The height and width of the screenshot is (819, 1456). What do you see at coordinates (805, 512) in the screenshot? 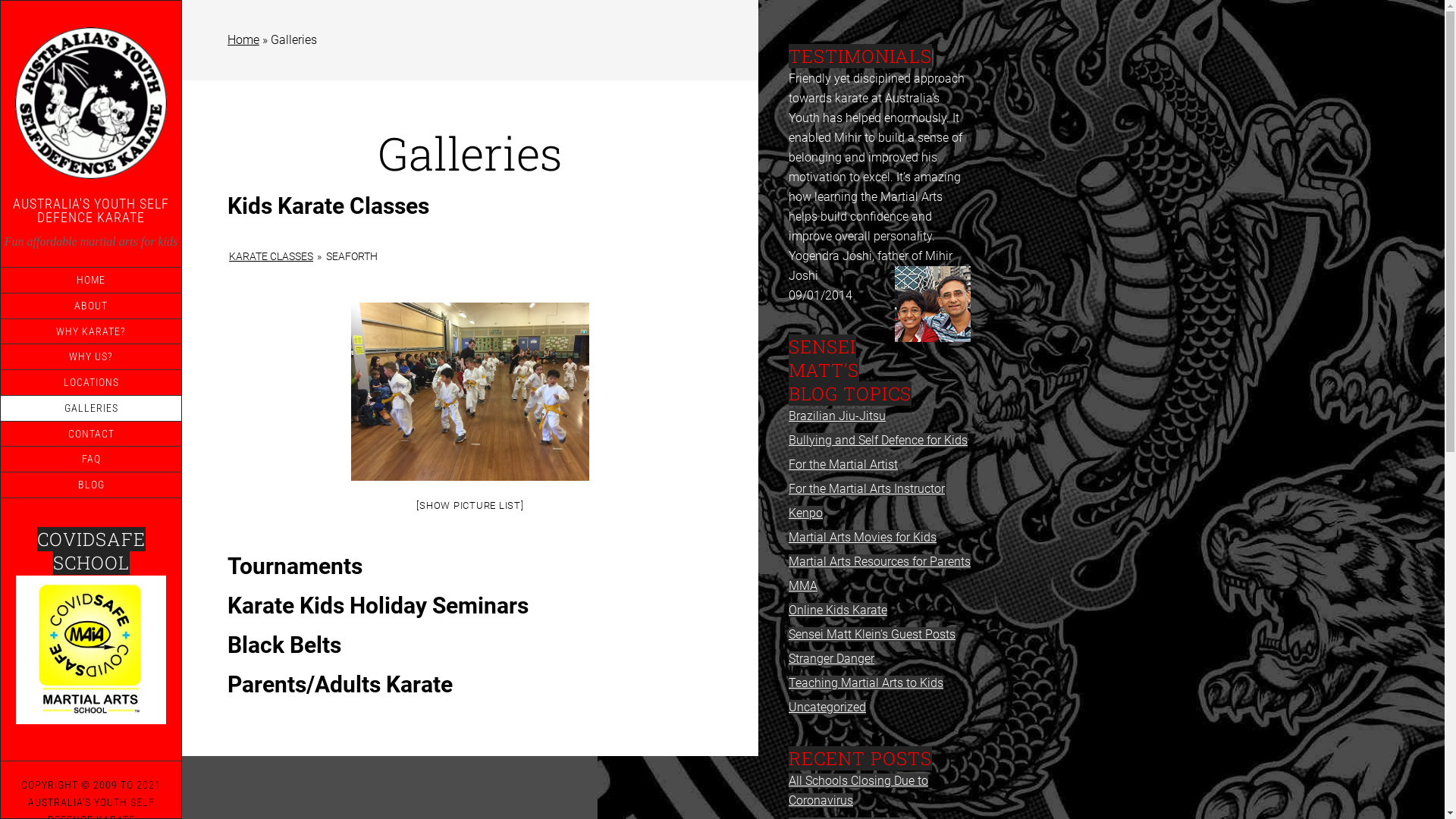
I see `'Kenpo'` at bounding box center [805, 512].